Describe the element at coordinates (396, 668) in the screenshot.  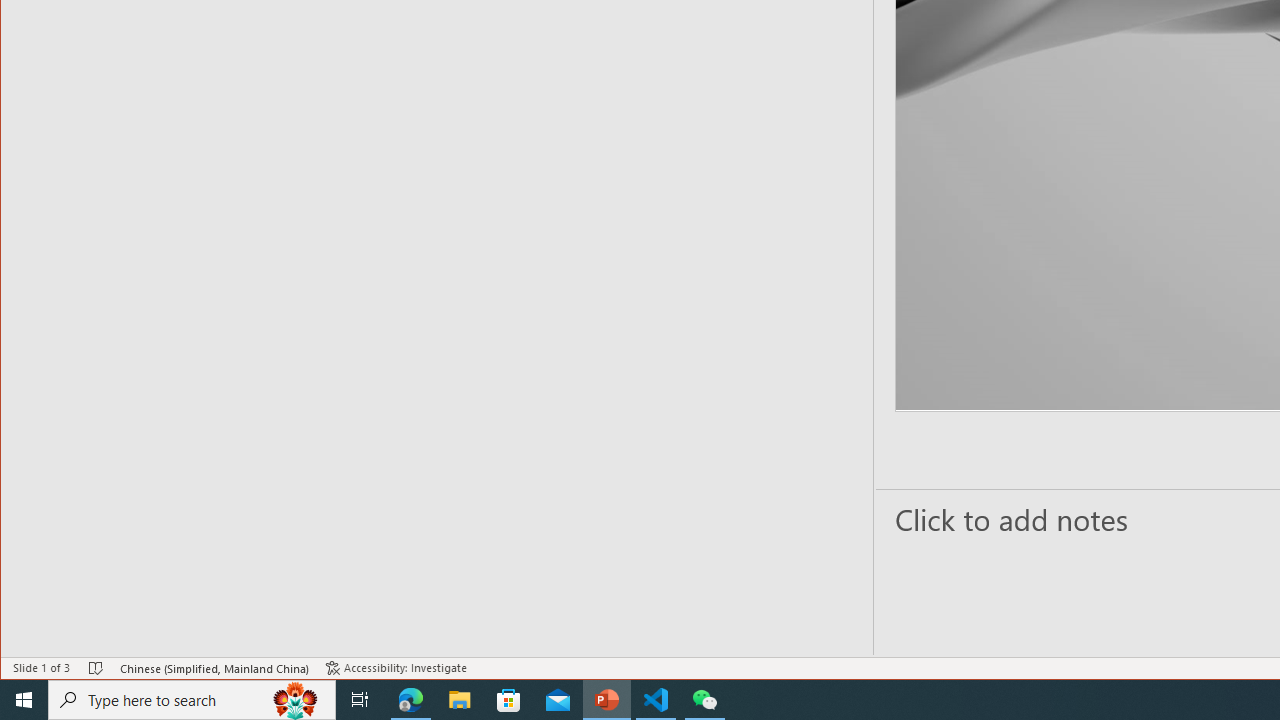
I see `'Accessibility Checker Accessibility: Investigate'` at that location.